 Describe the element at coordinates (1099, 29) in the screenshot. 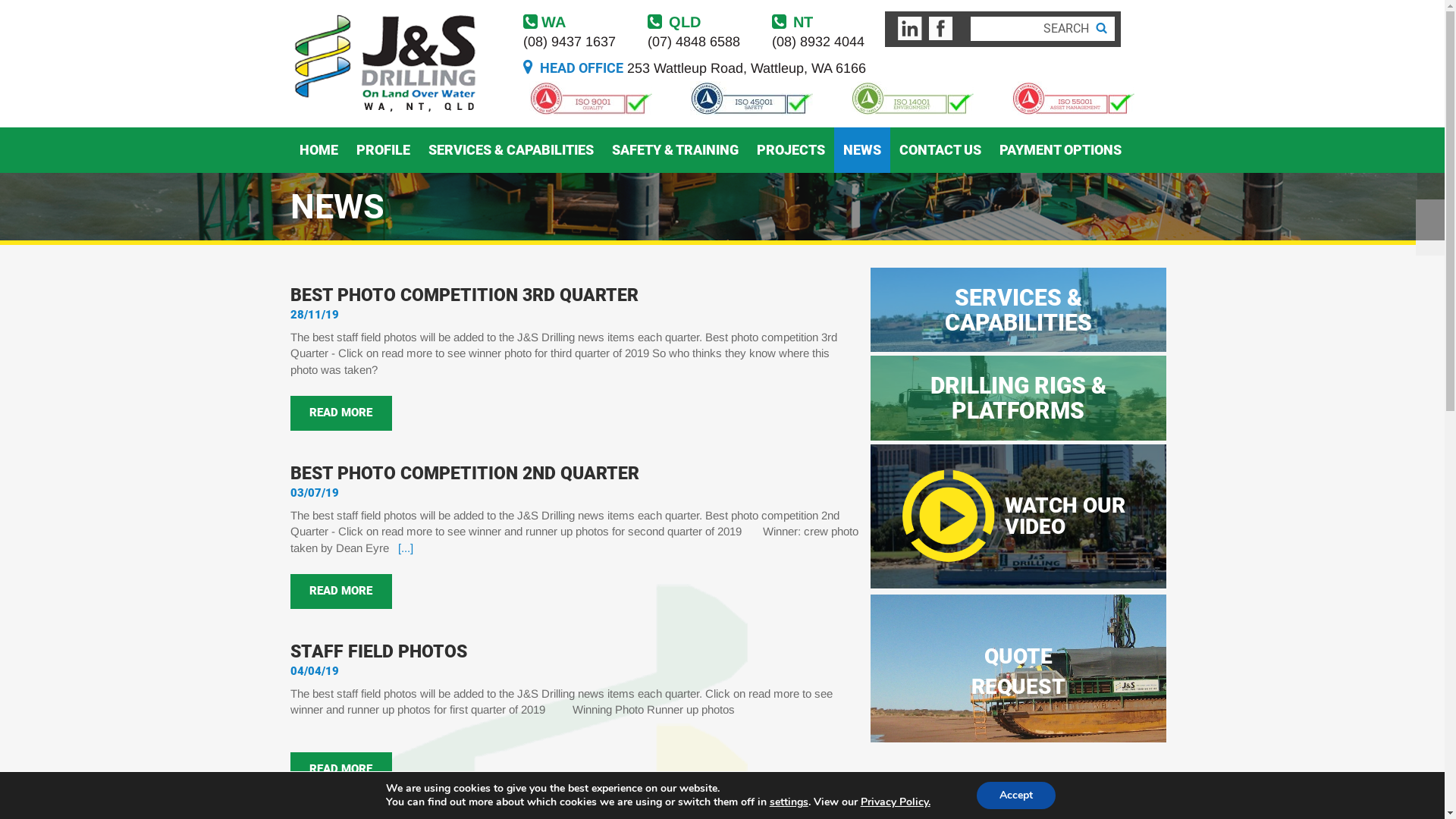

I see `'Search'` at that location.